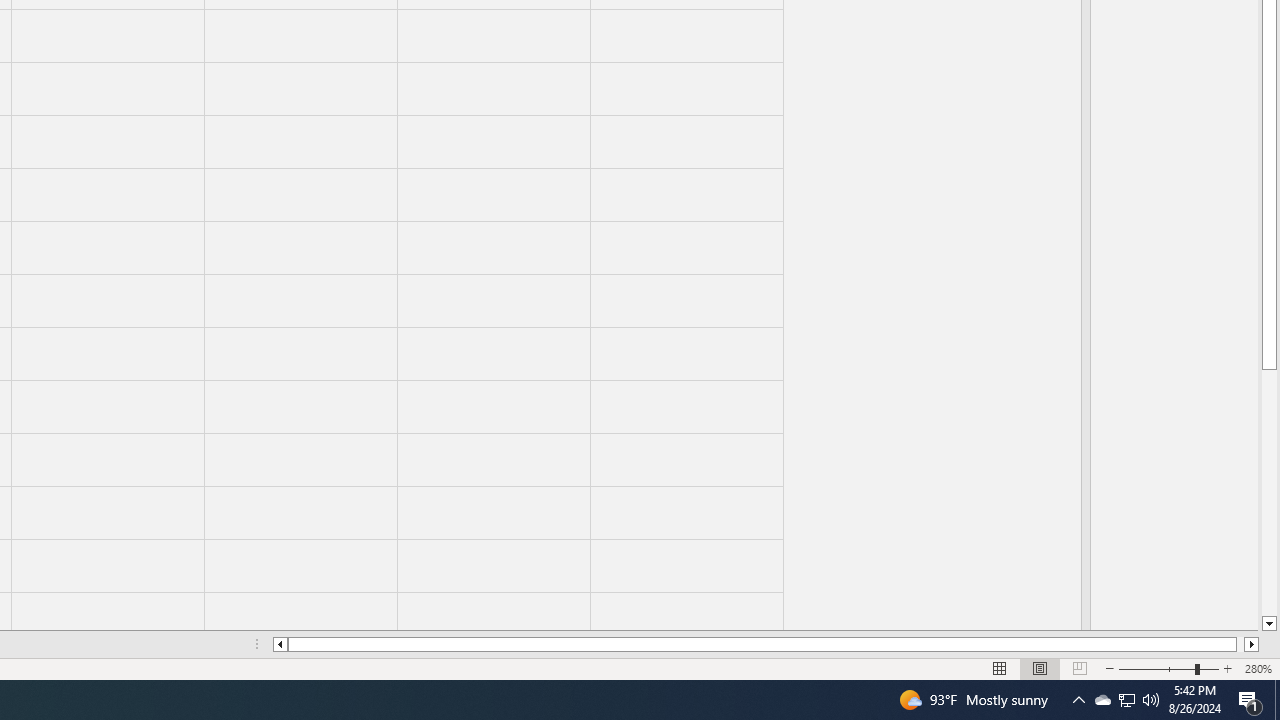  I want to click on 'Page down', so click(1268, 493).